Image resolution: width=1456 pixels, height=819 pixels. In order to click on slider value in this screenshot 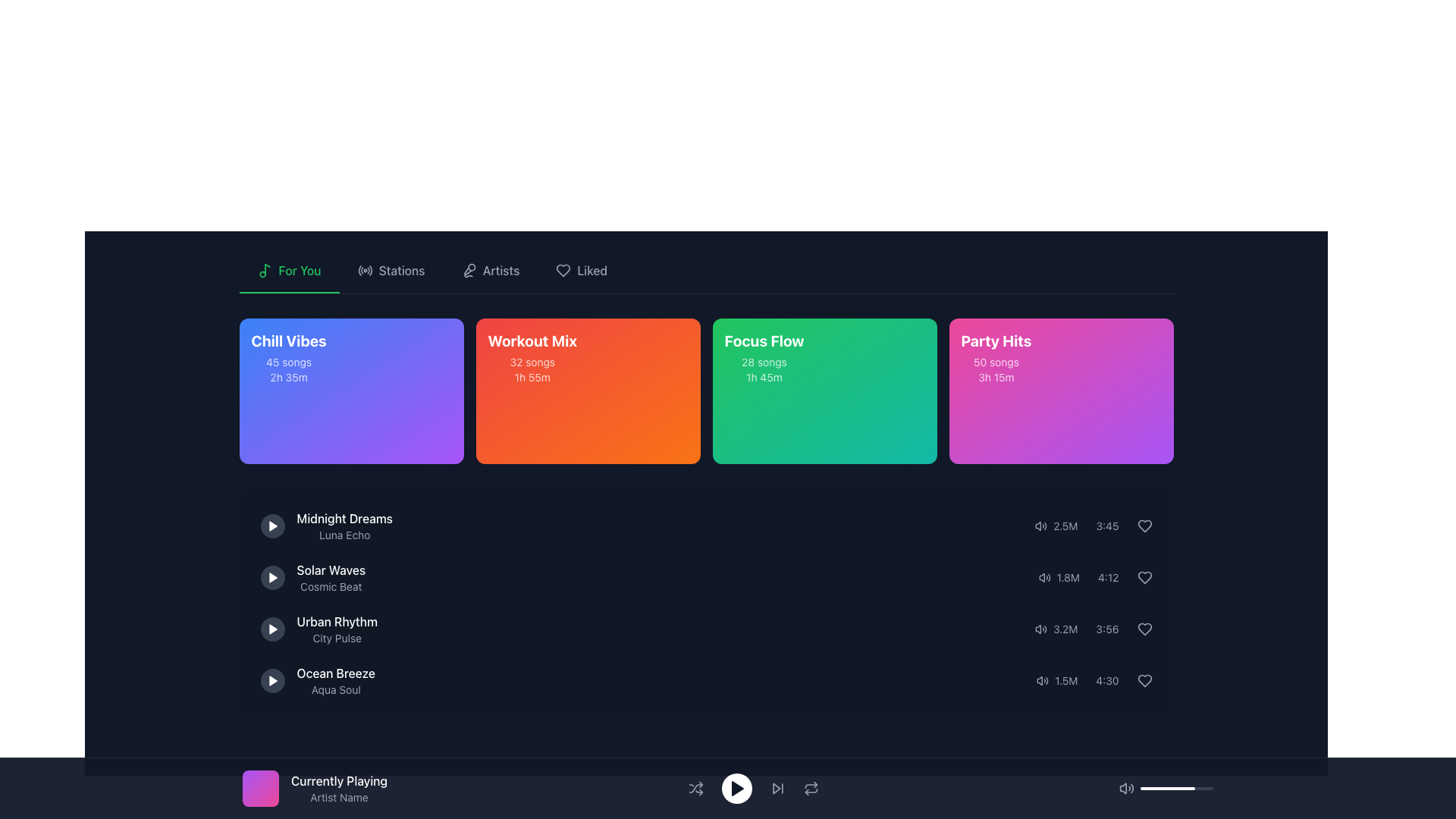, I will do `click(1149, 788)`.